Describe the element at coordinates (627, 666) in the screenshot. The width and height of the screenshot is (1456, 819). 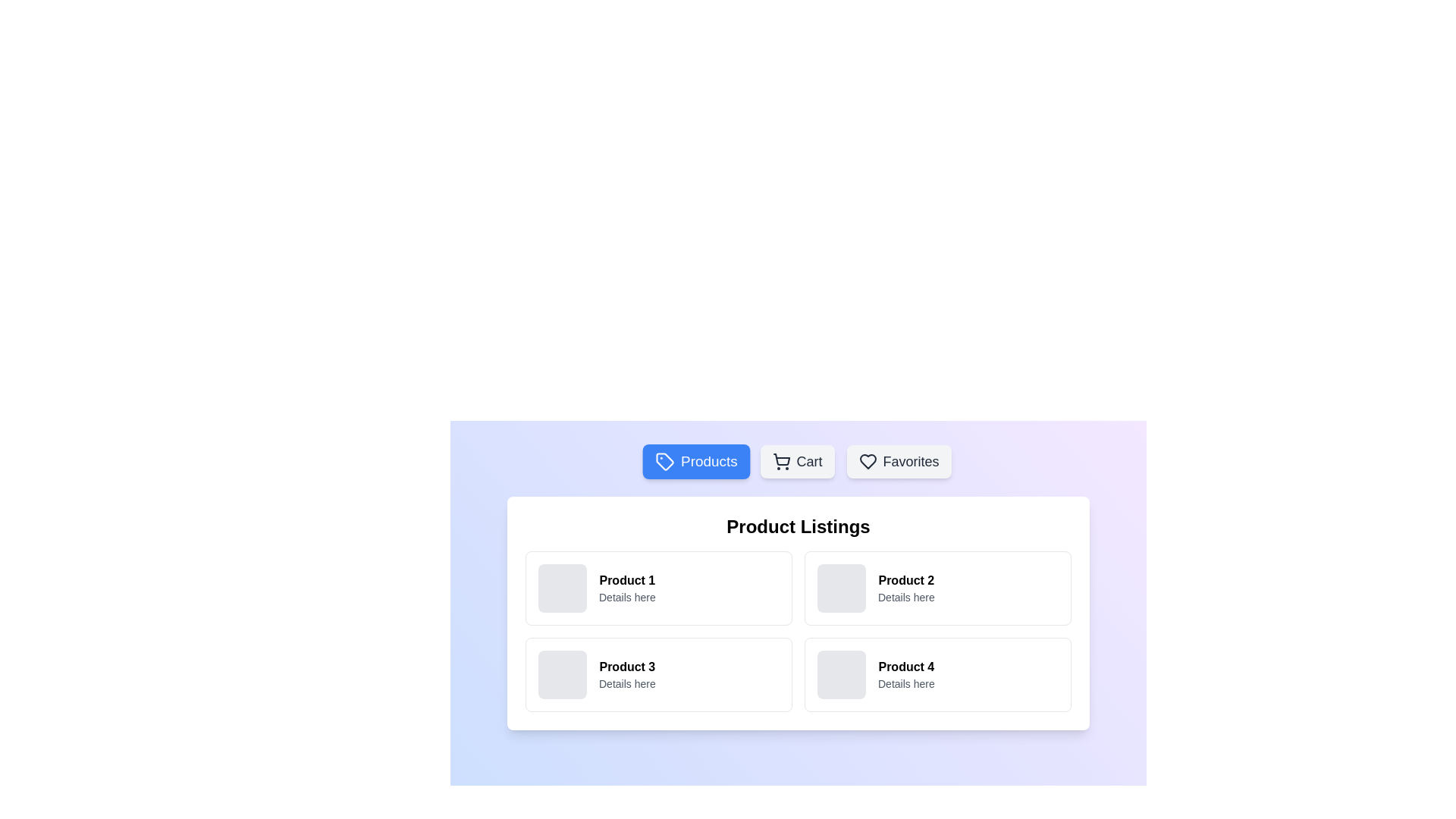
I see `text label that displays 'Product 3', which is bold and located in the third product card at the bottom-left corner of the product grid` at that location.